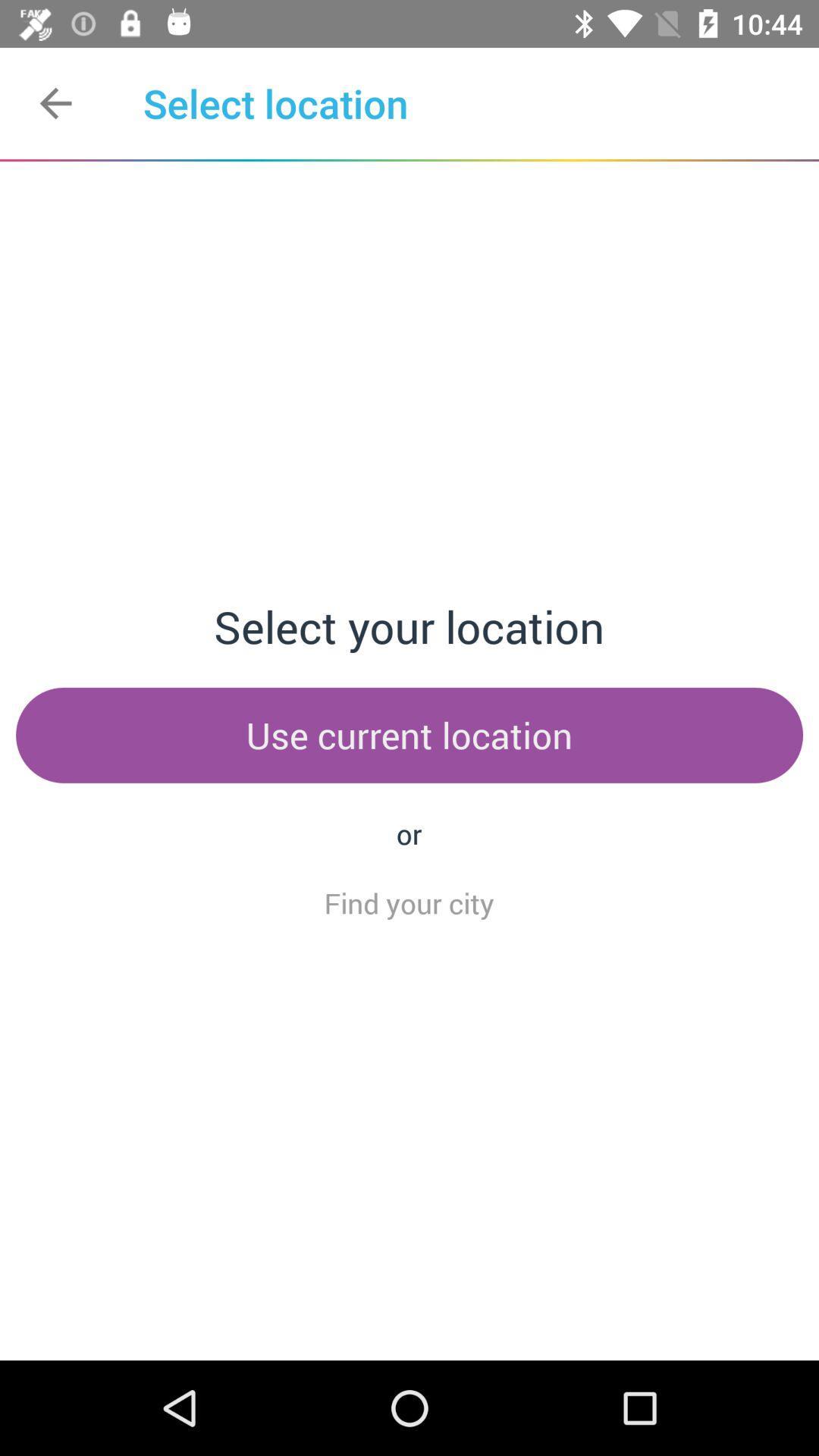 This screenshot has width=819, height=1456. I want to click on item to the left of select location, so click(55, 102).